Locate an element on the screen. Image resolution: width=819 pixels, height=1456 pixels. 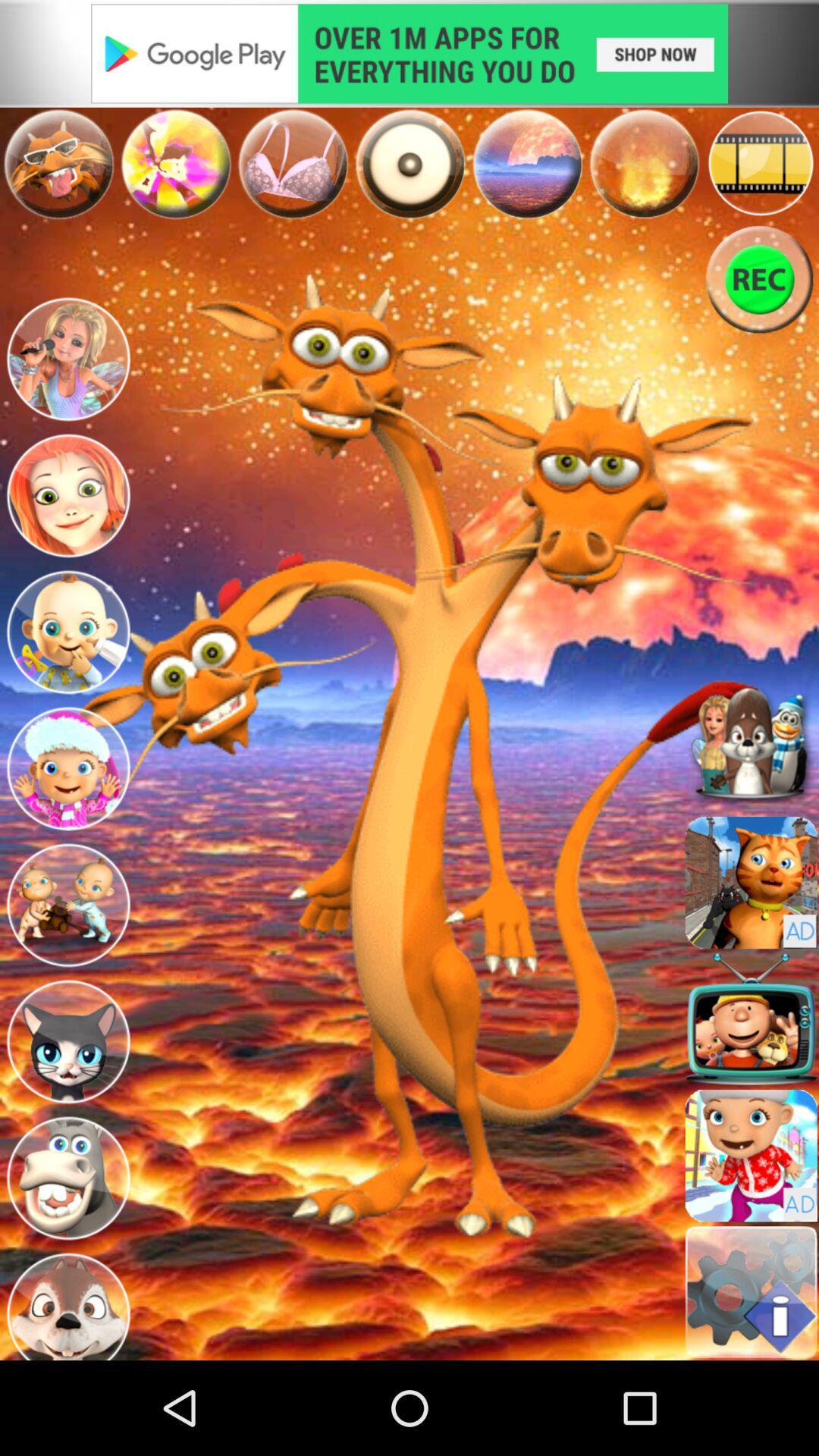
advertisement is located at coordinates (751, 882).